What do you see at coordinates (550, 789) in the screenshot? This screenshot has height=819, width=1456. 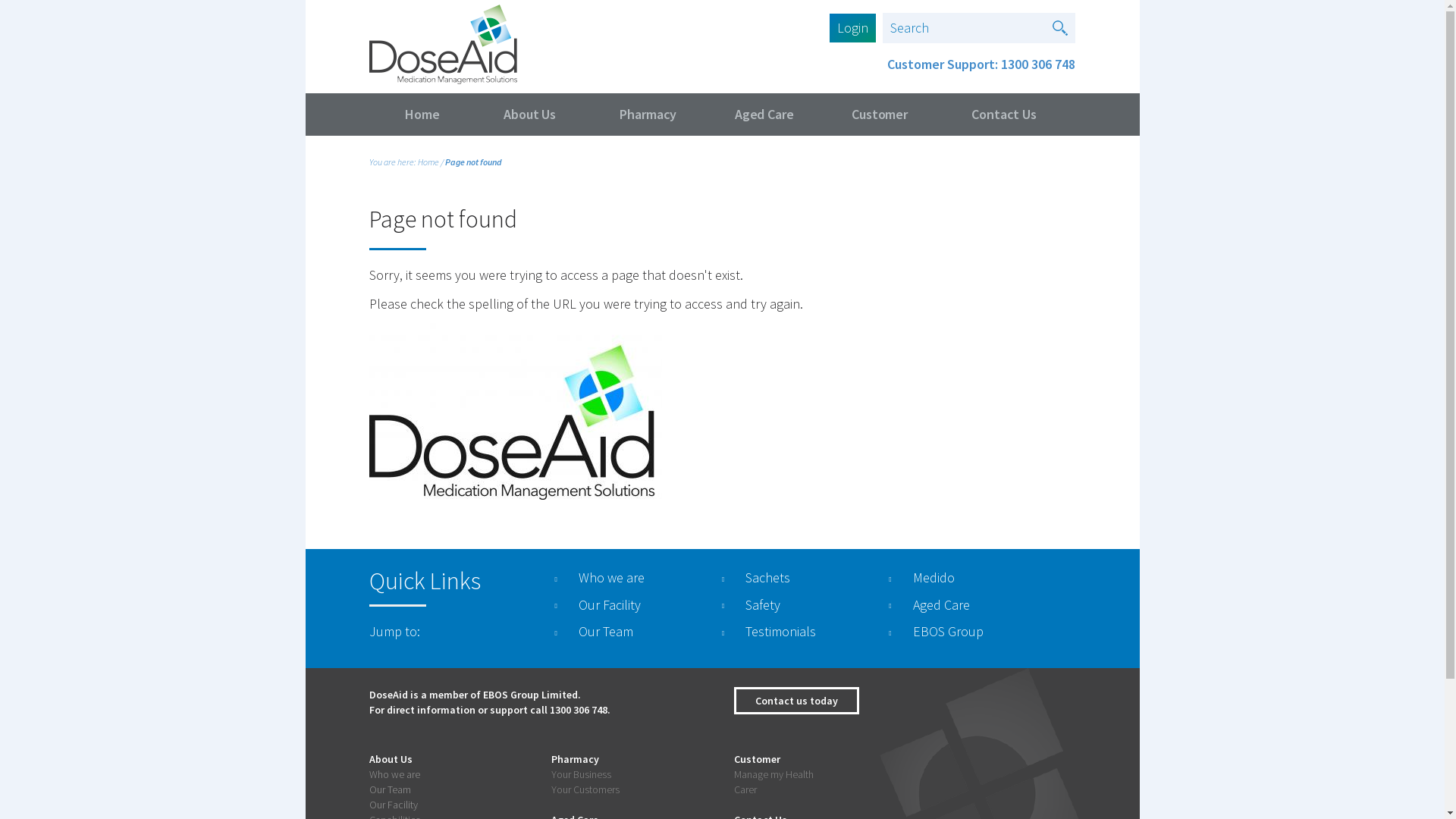 I see `'Your Customers'` at bounding box center [550, 789].